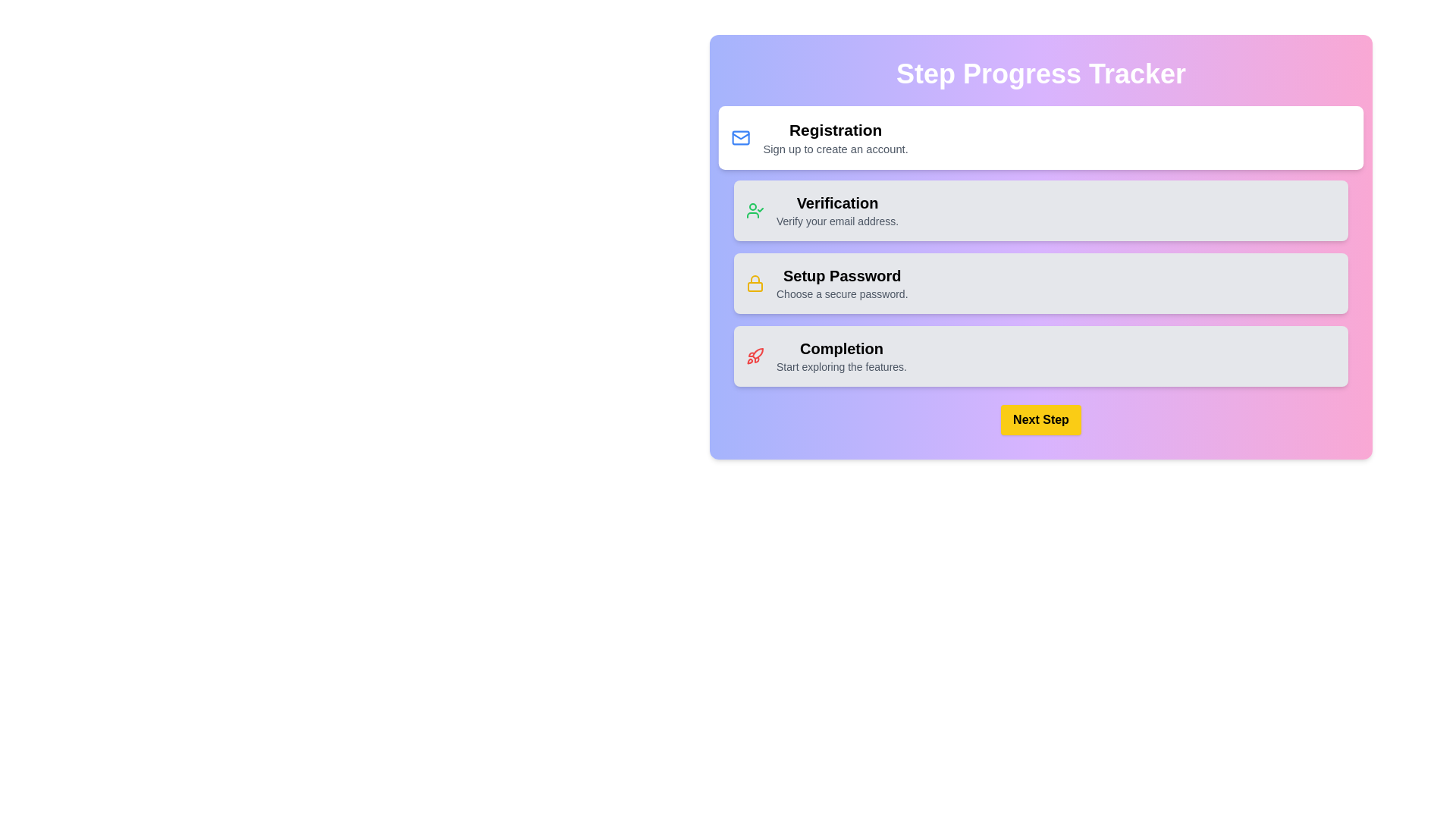  Describe the element at coordinates (755, 210) in the screenshot. I see `the status icon located in the second row of the step-progress tracker interface, to the left of the 'Verification' text, which indicates the completion or verification status` at that location.